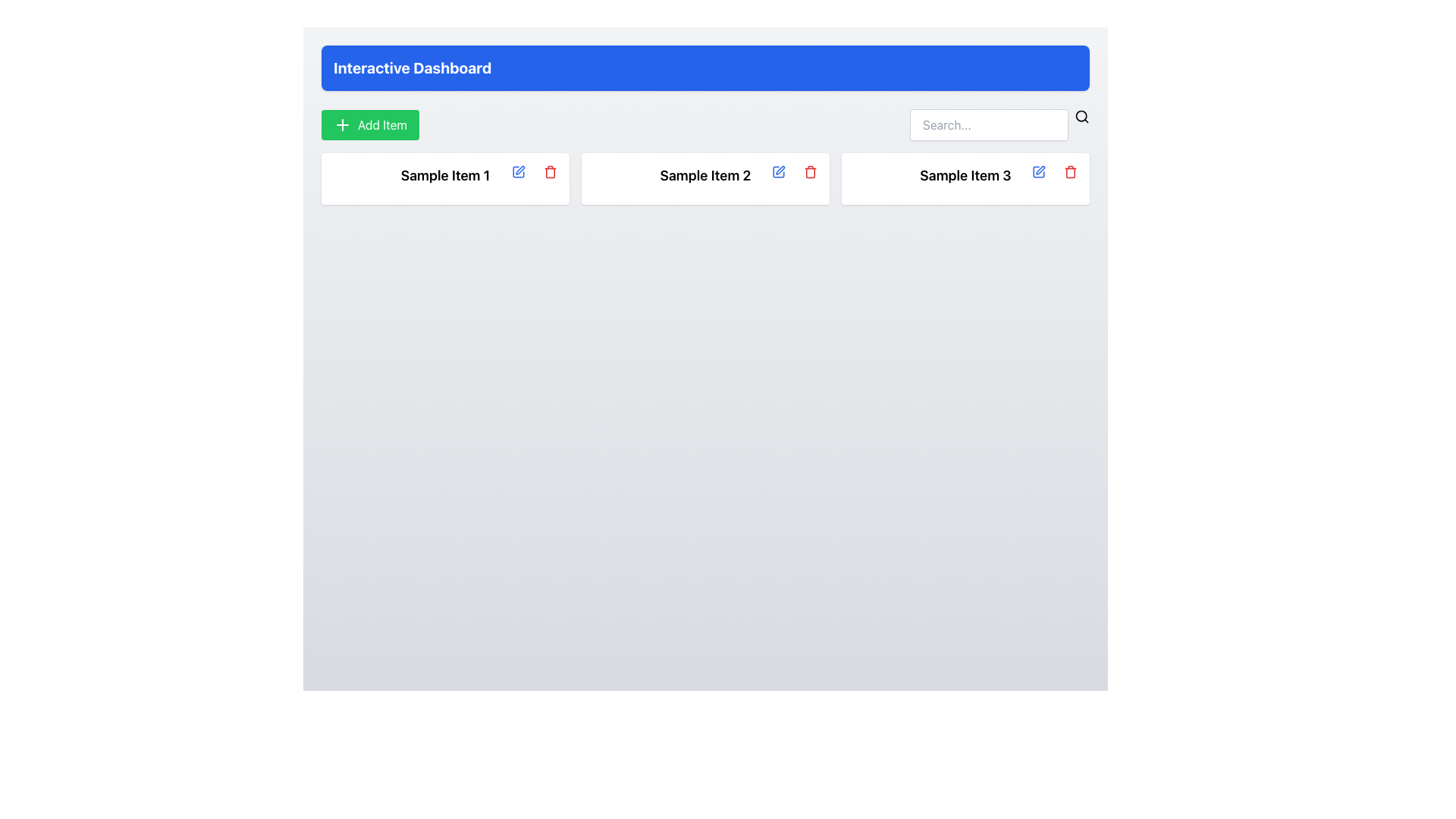 This screenshot has height=819, width=1456. Describe the element at coordinates (1037, 171) in the screenshot. I see `the edit icon button for 'Sample Item 3', which is located in the top-right corner of its card, preceding the trash icon` at that location.